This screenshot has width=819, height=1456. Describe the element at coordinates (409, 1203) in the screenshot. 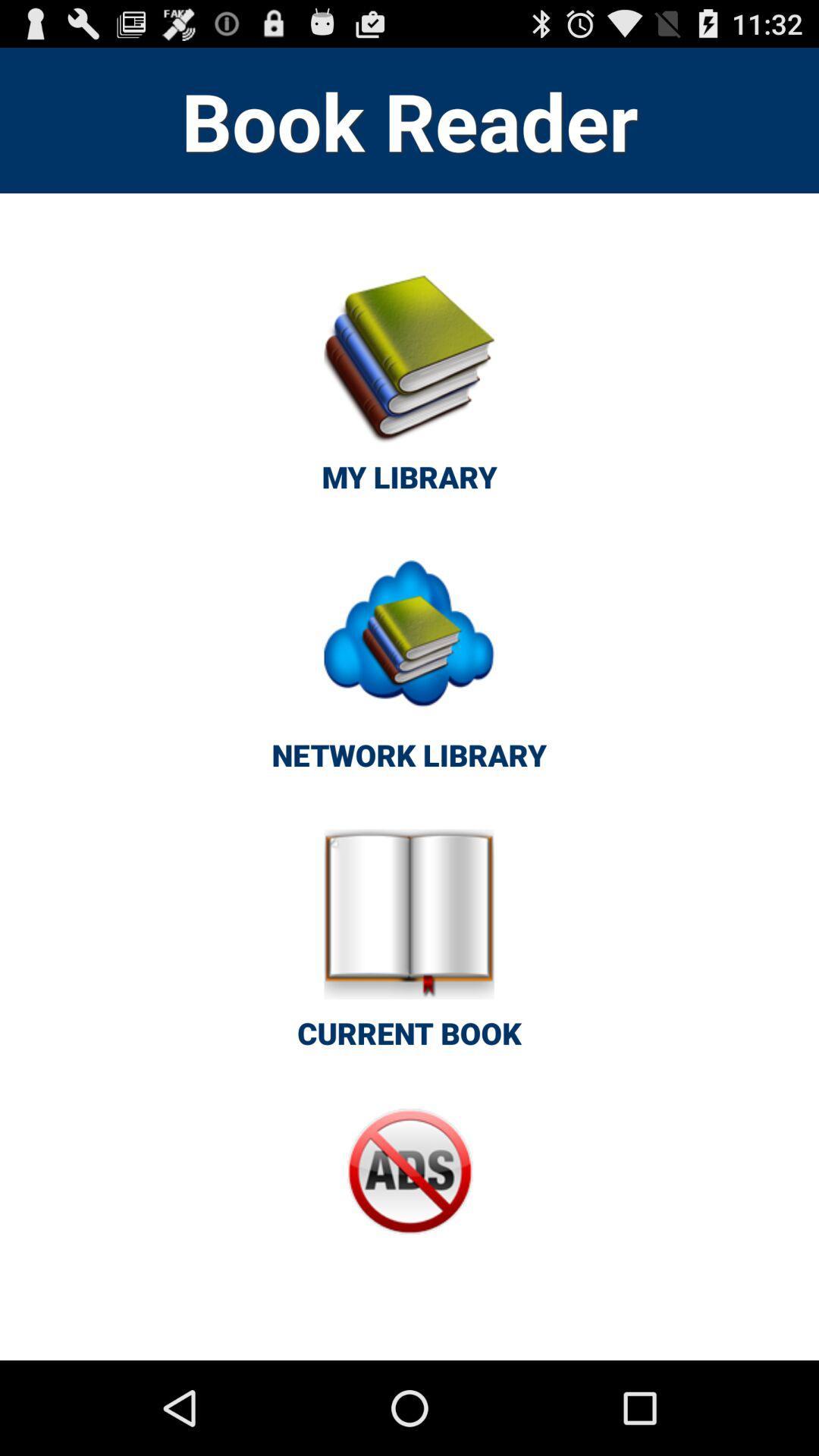

I see `item below the current book` at that location.